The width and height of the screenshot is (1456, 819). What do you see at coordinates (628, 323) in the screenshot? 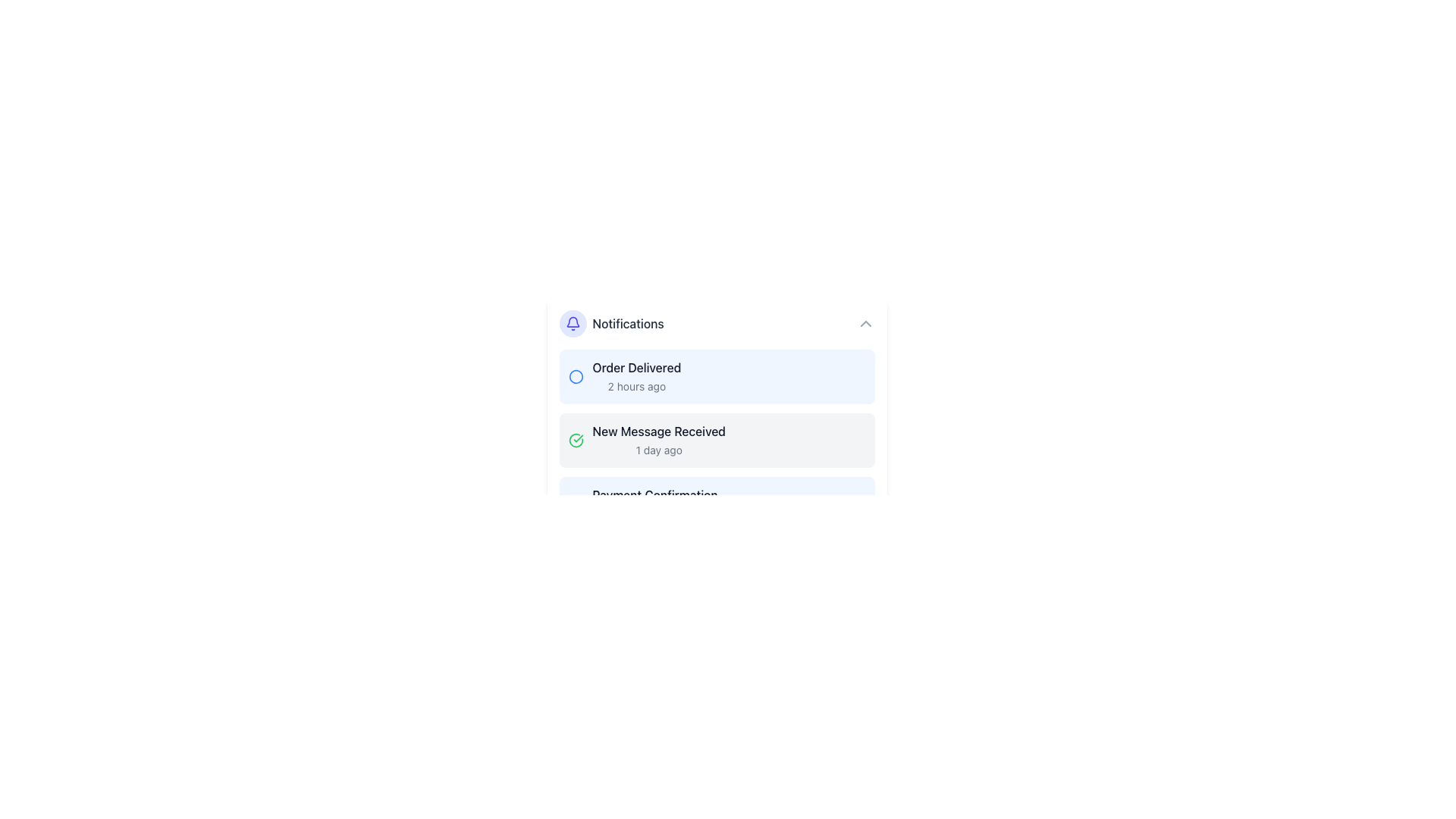
I see `contents of the 'Notifications' text label displayed in medium-weight font and dark gray color, located immediately to the right of the bell icon in the notifications header section` at bounding box center [628, 323].